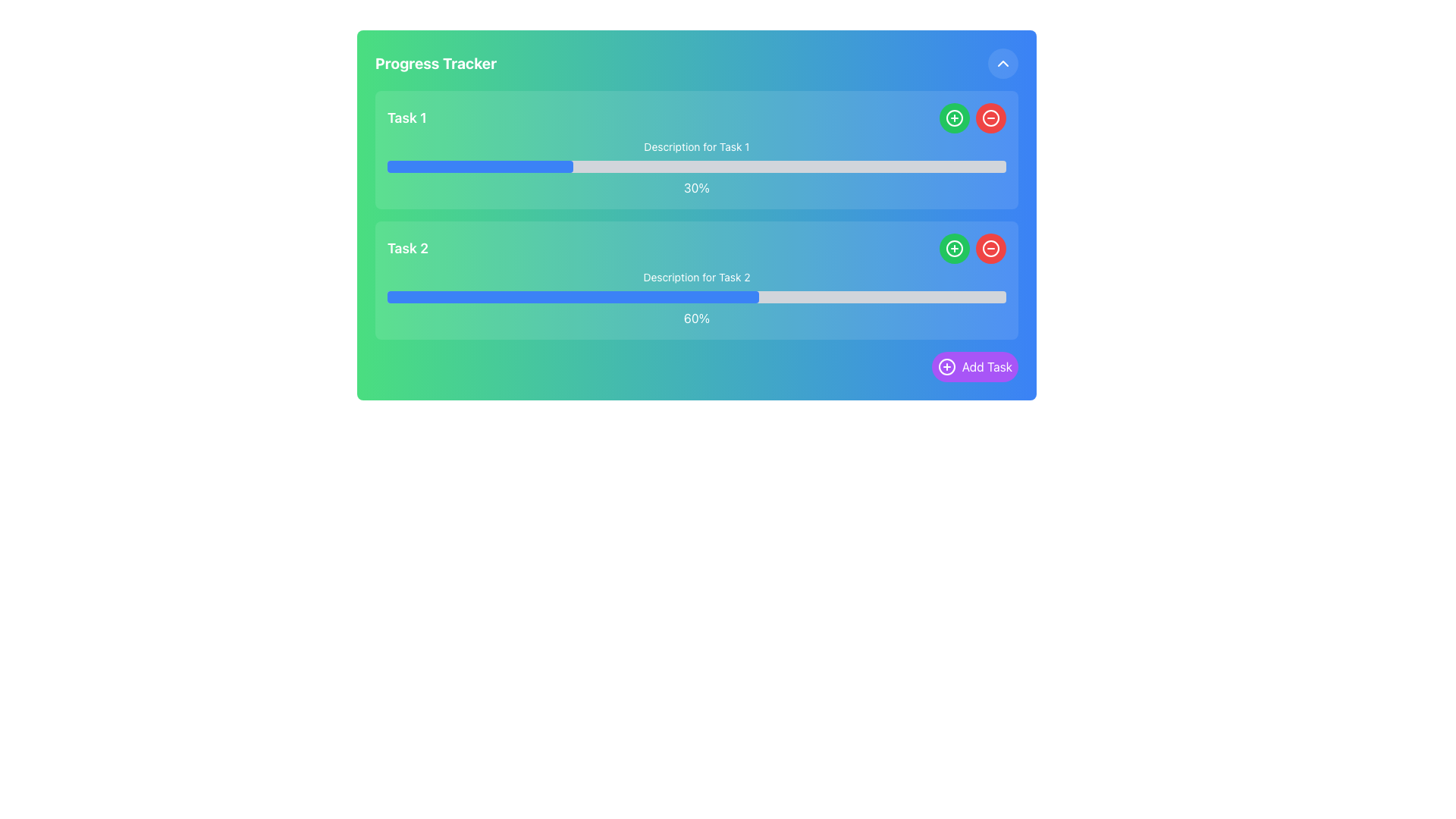  Describe the element at coordinates (695, 146) in the screenshot. I see `the descriptive label for 'Task 1' located within the card, which provides additional information about the task` at that location.